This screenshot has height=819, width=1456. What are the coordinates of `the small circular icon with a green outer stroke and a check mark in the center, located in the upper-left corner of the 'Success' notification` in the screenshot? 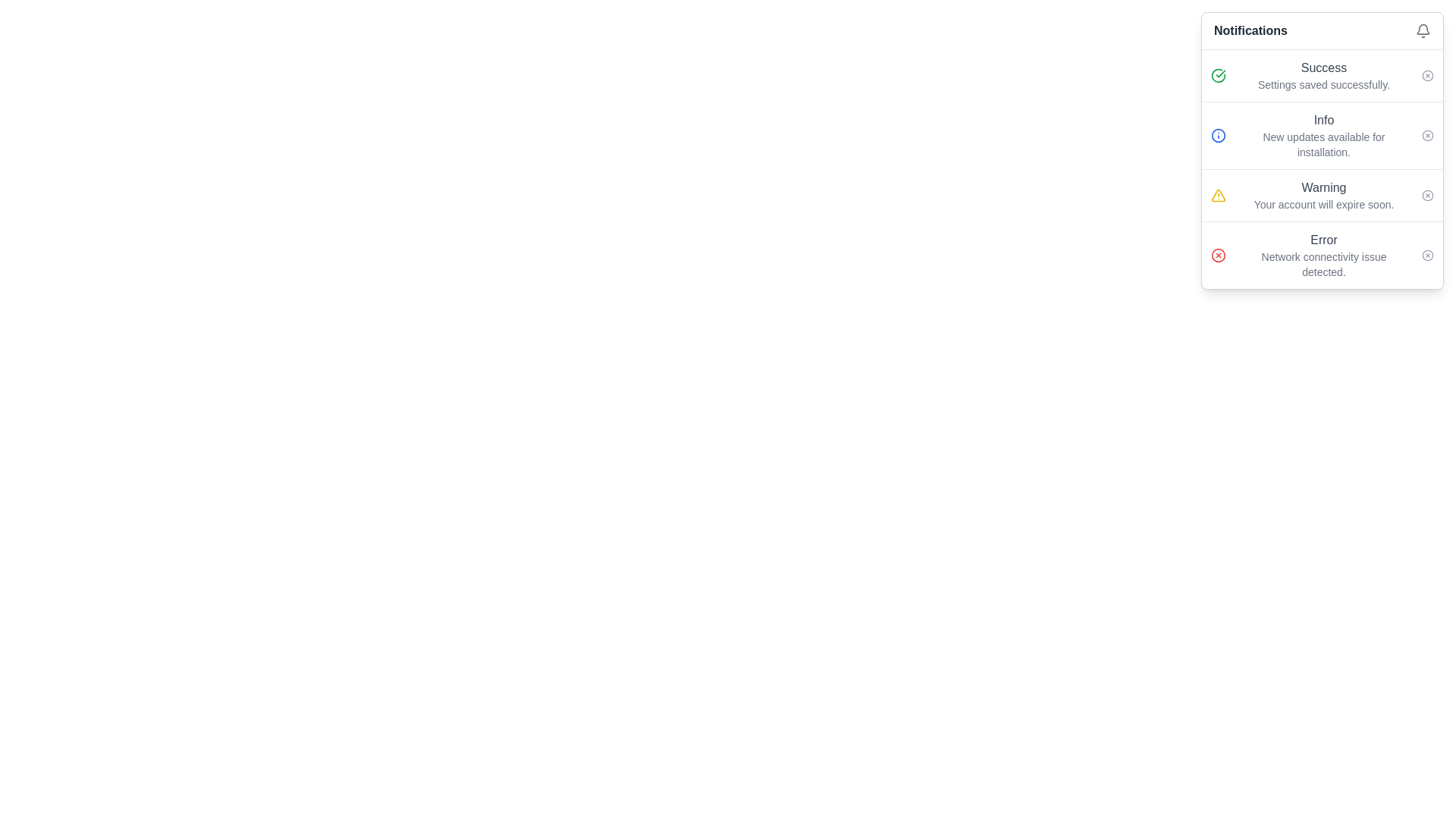 It's located at (1219, 76).